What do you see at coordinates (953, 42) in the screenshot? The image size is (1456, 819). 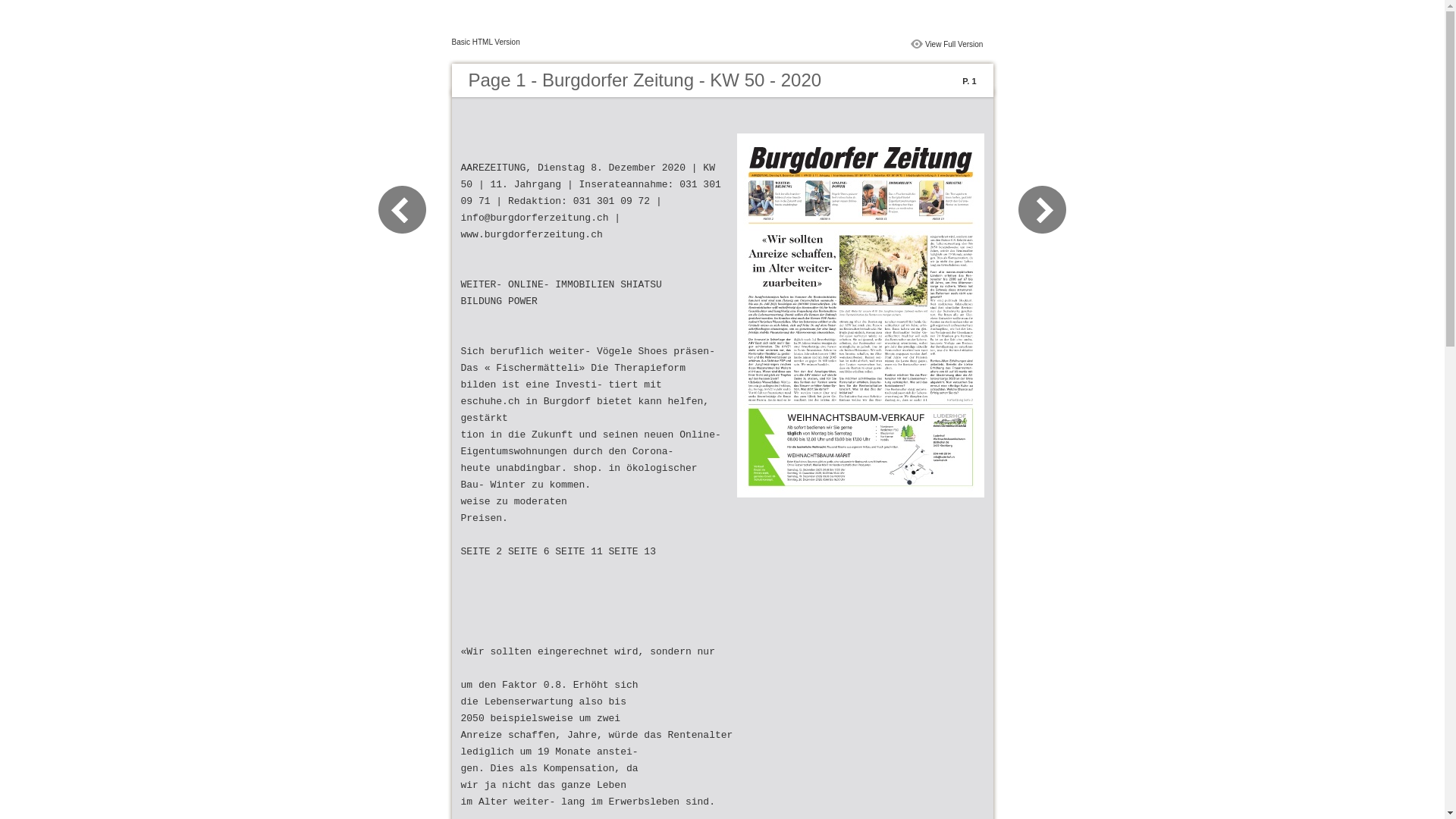 I see `'View Full Version'` at bounding box center [953, 42].